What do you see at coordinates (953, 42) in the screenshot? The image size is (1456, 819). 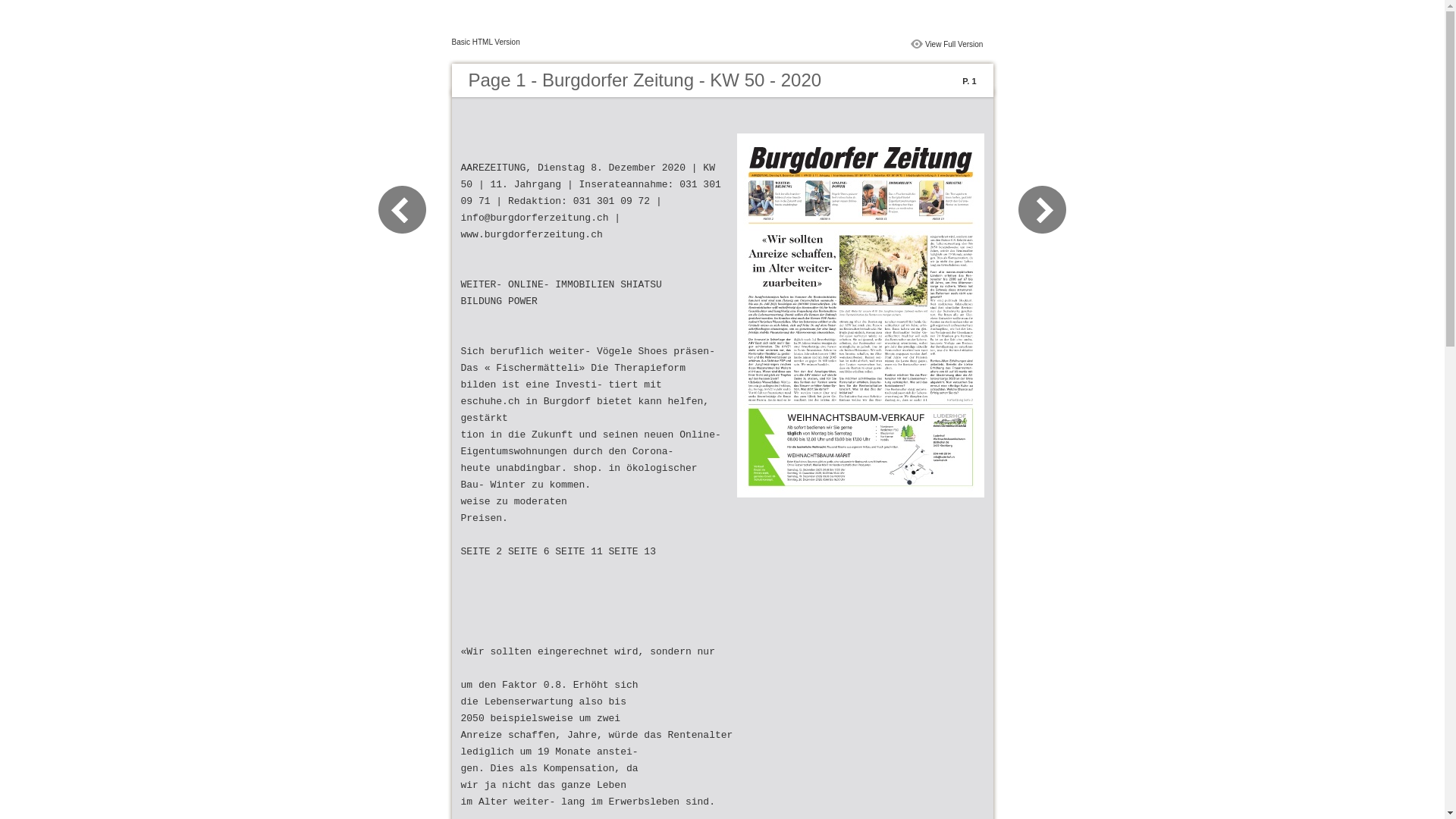 I see `'View Full Version'` at bounding box center [953, 42].